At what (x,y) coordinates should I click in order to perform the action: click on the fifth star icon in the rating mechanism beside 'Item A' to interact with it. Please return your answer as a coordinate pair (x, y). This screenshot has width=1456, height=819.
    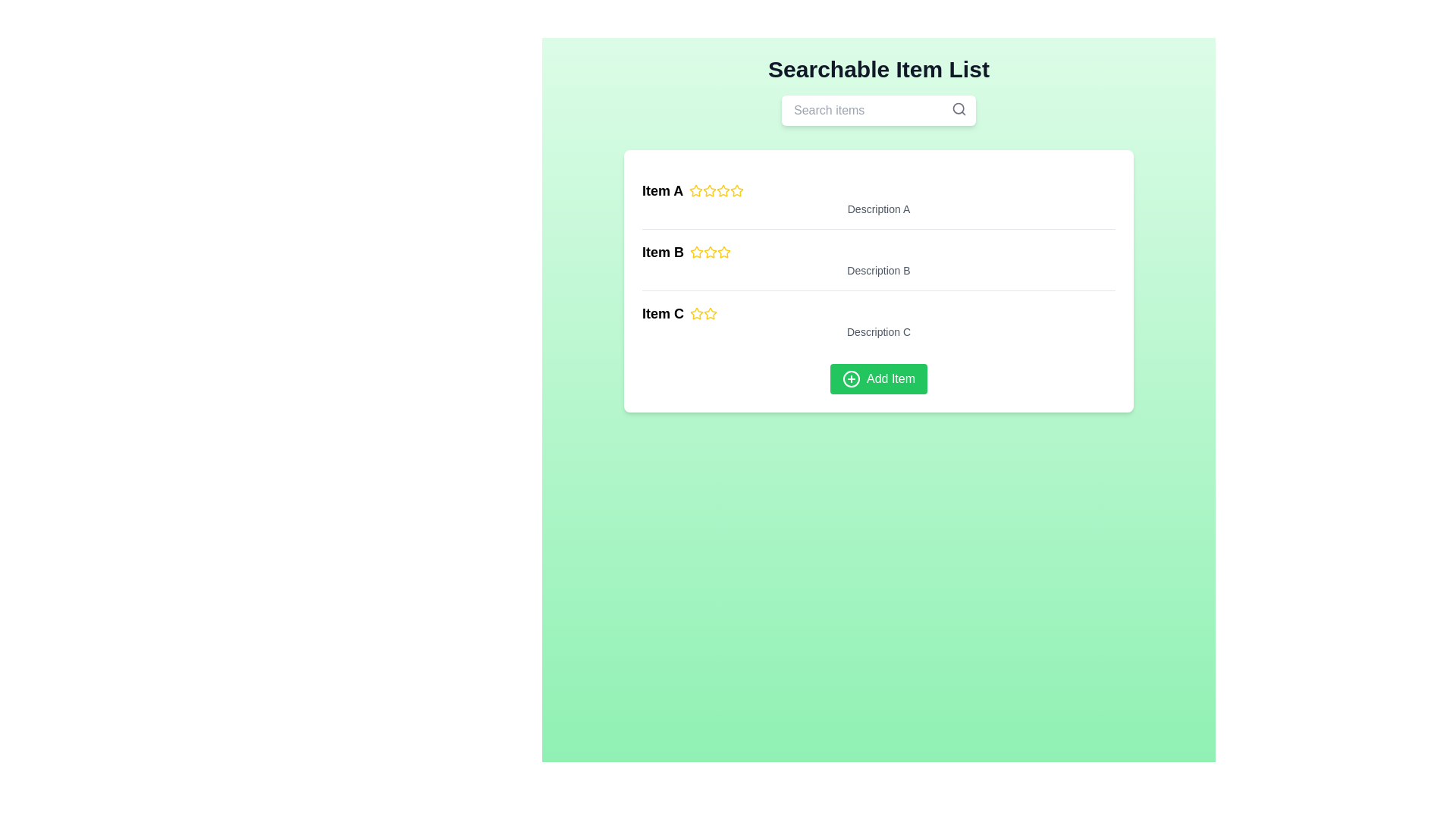
    Looking at the image, I should click on (737, 190).